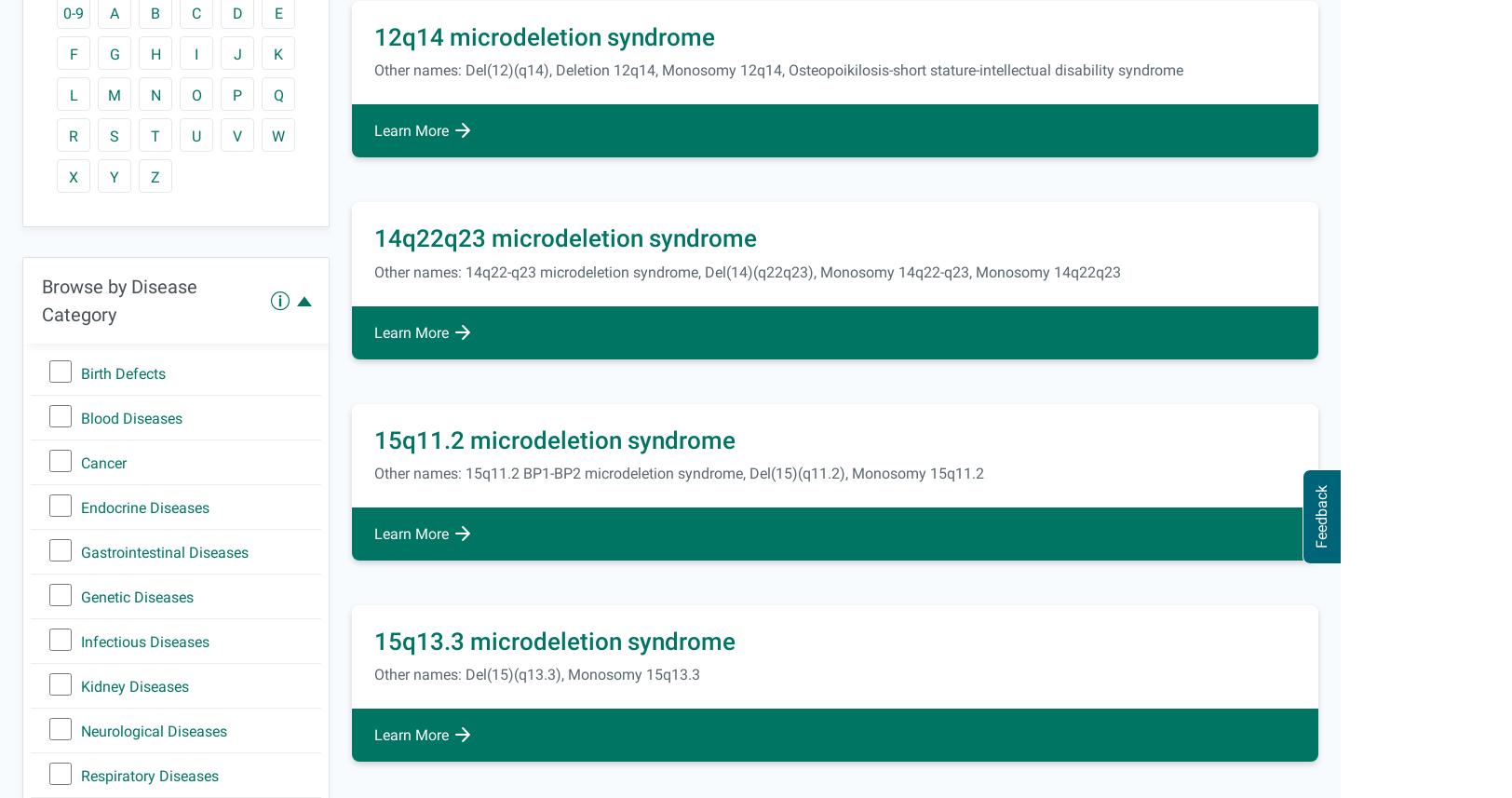 This screenshot has width=1512, height=798. I want to click on 'H', so click(155, 53).